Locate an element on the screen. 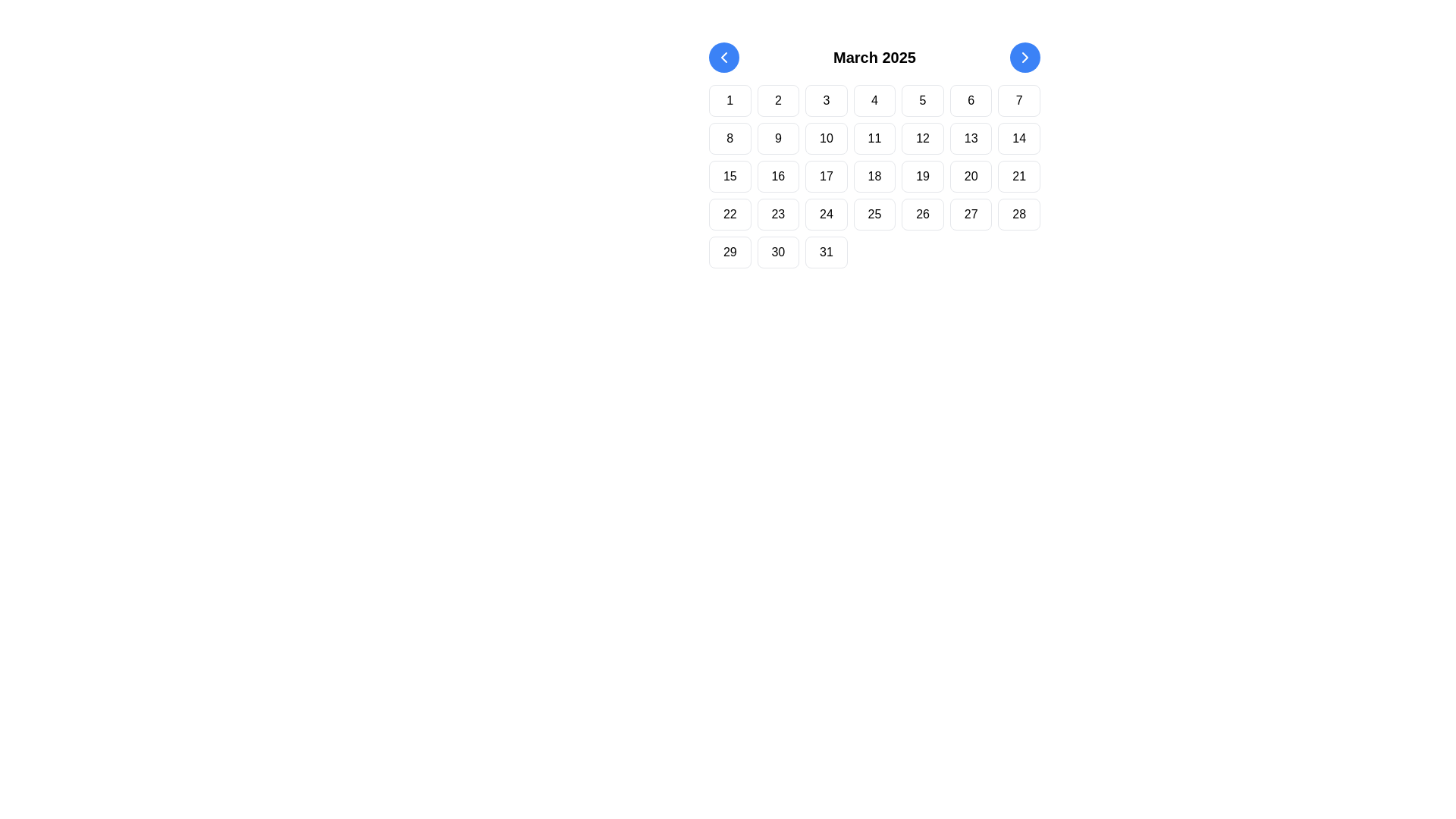  the Calendar date button displaying the number '7' is located at coordinates (1019, 100).